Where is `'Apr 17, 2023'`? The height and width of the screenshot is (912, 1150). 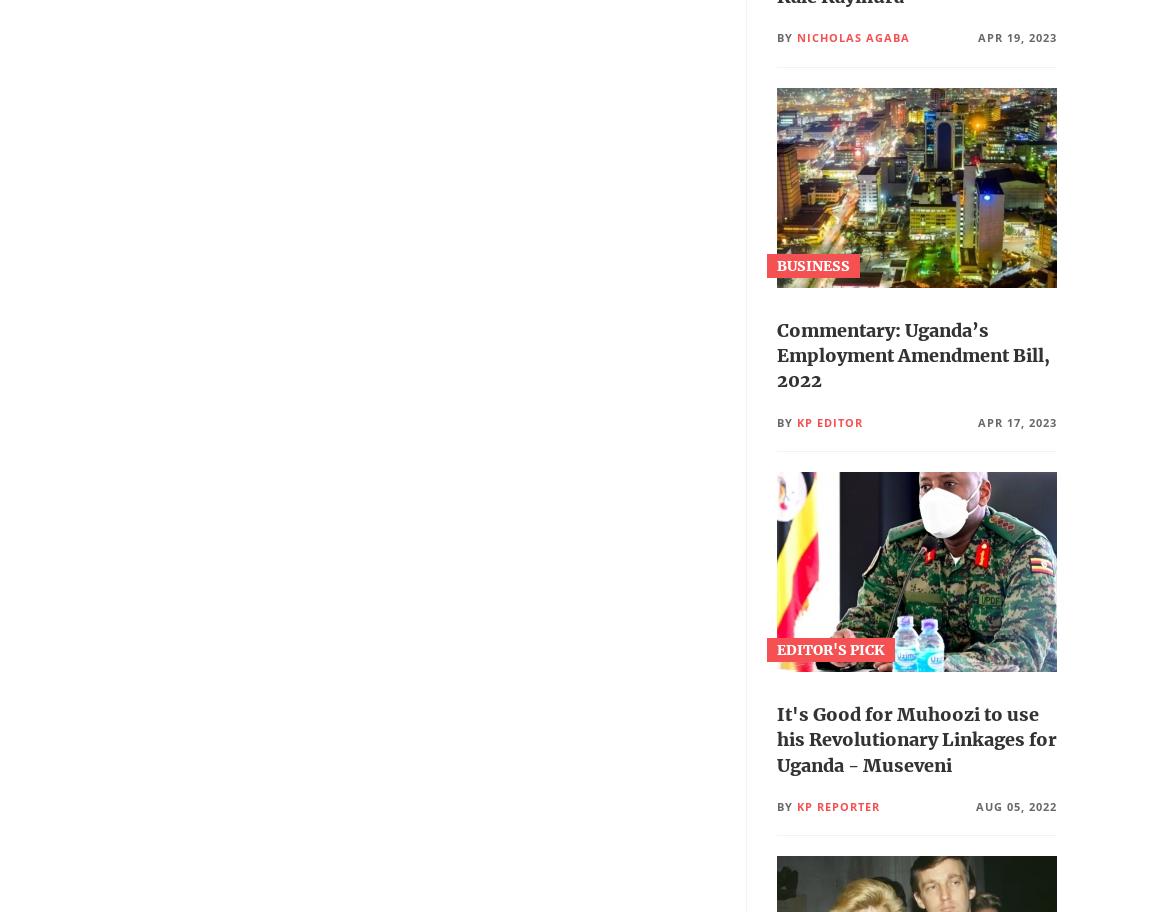 'Apr 17, 2023' is located at coordinates (1016, 420).